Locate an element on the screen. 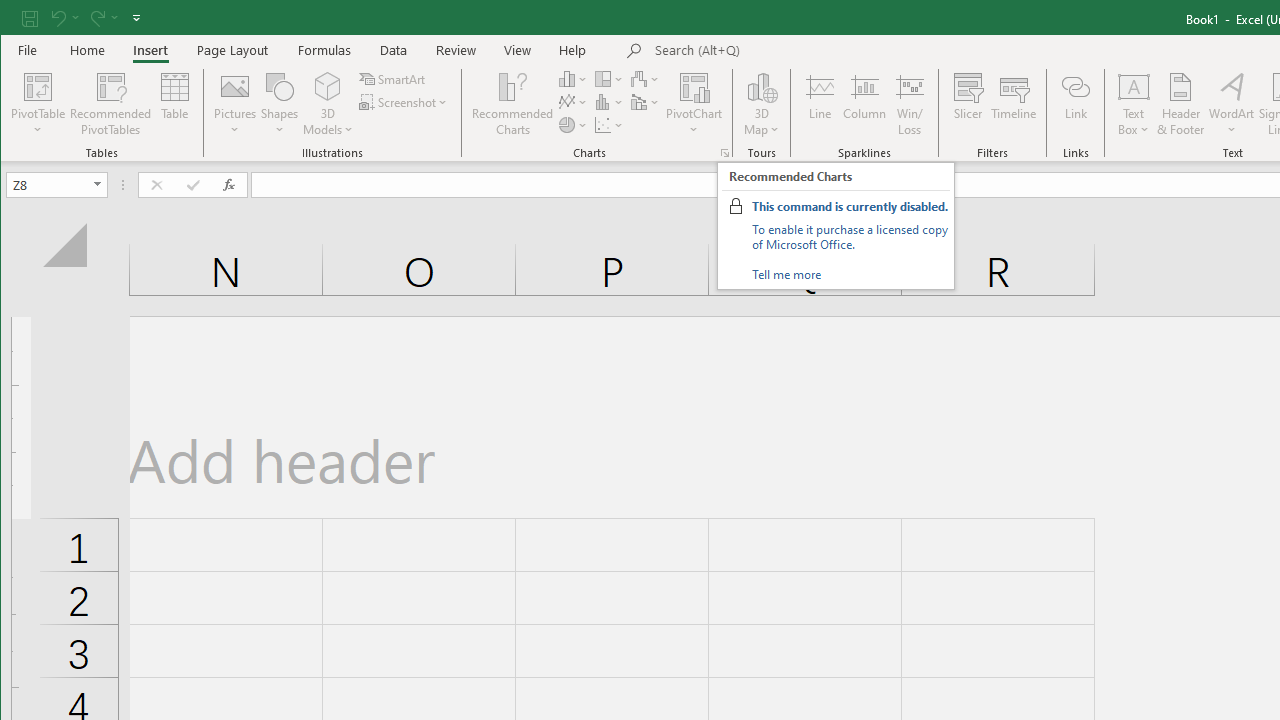  'This command is currently disabled.' is located at coordinates (849, 206).